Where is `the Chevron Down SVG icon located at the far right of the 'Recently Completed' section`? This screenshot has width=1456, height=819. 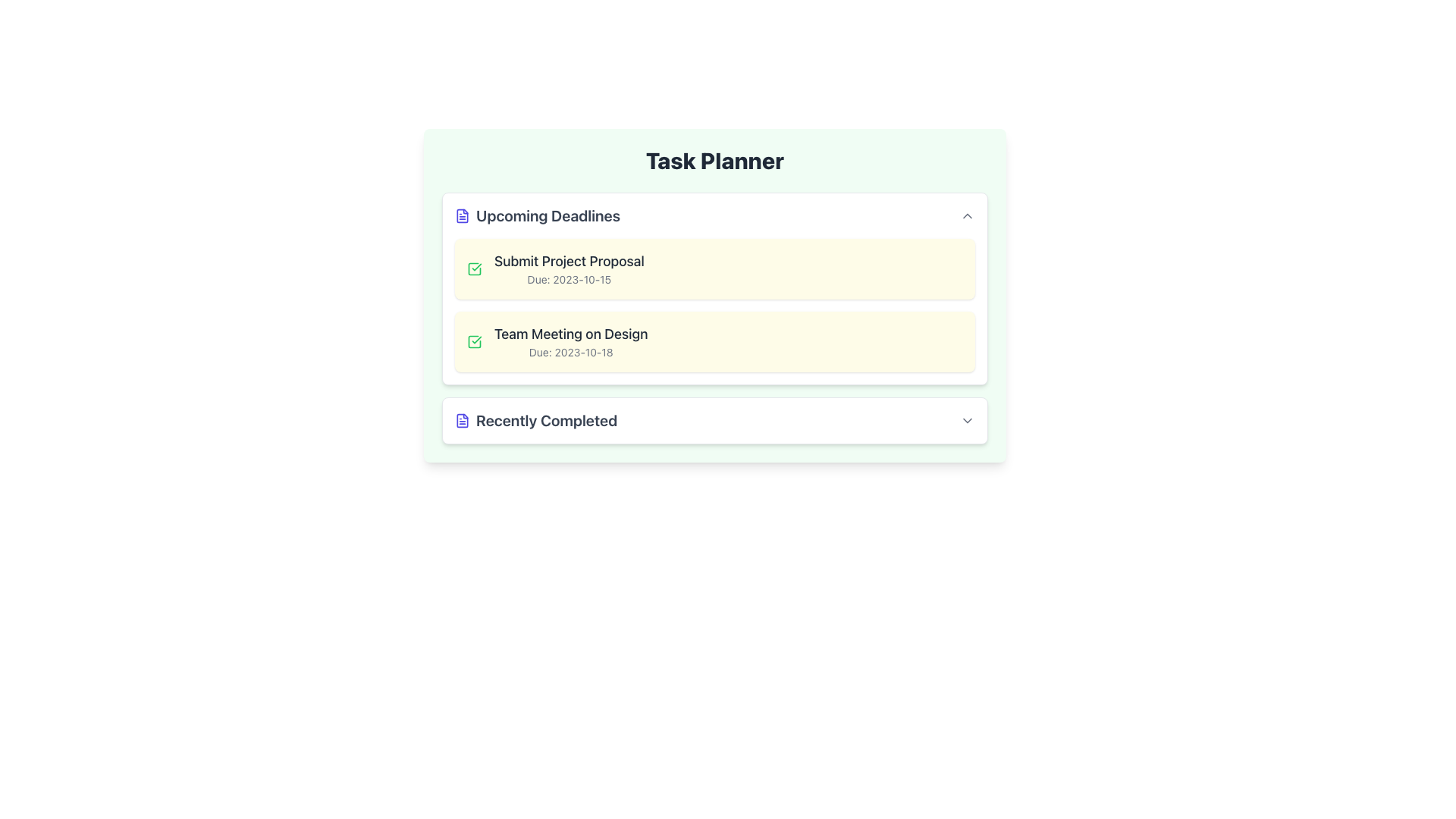 the Chevron Down SVG icon located at the far right of the 'Recently Completed' section is located at coordinates (967, 421).